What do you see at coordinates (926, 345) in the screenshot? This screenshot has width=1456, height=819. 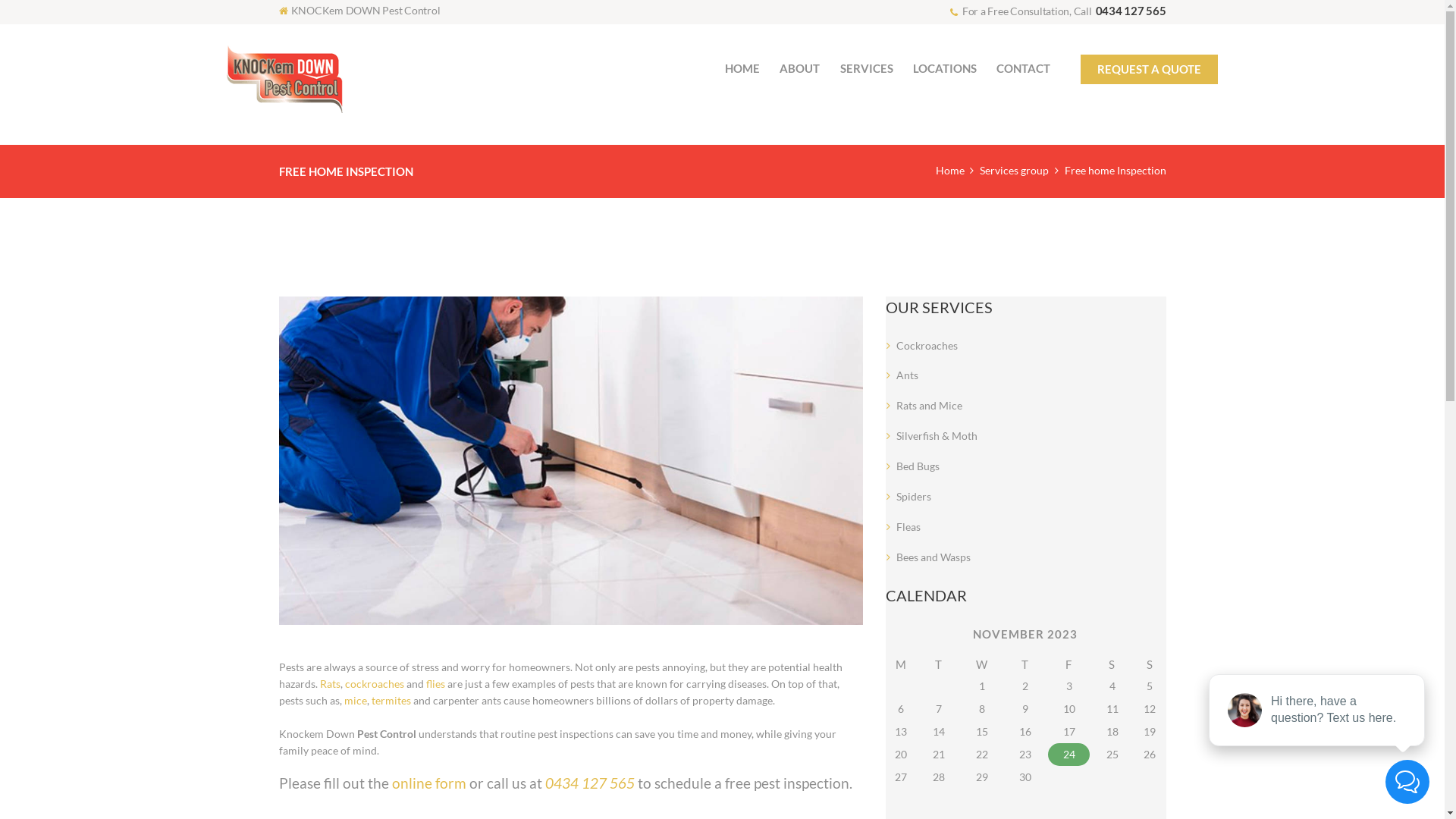 I see `'Cockroaches'` at bounding box center [926, 345].